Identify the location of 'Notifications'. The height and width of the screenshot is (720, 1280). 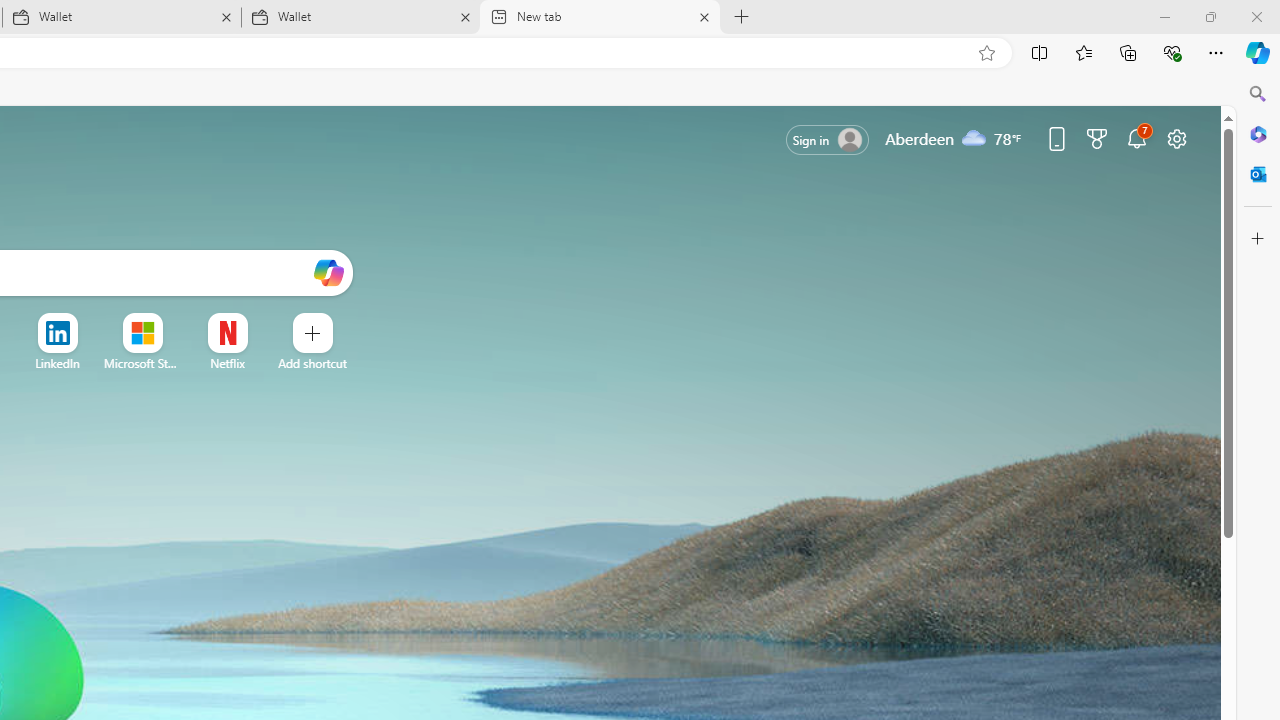
(1137, 137).